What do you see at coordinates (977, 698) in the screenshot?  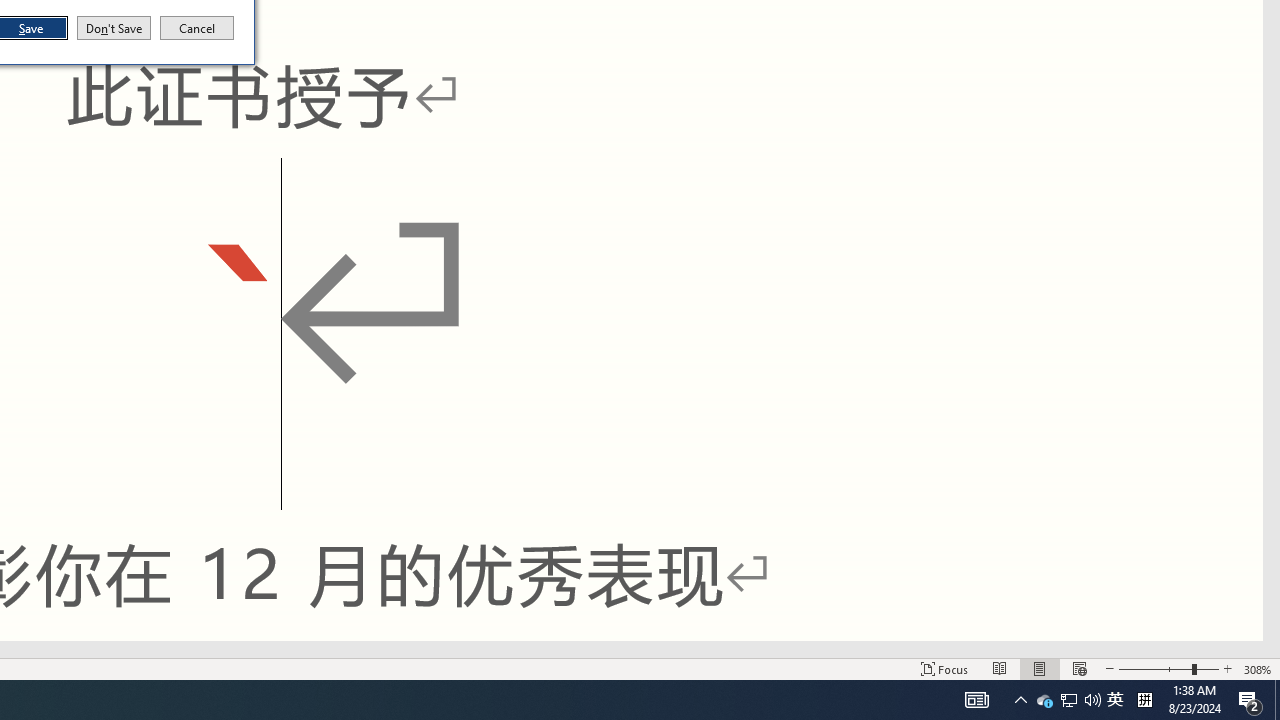 I see `'AutomationID: 4105'` at bounding box center [977, 698].